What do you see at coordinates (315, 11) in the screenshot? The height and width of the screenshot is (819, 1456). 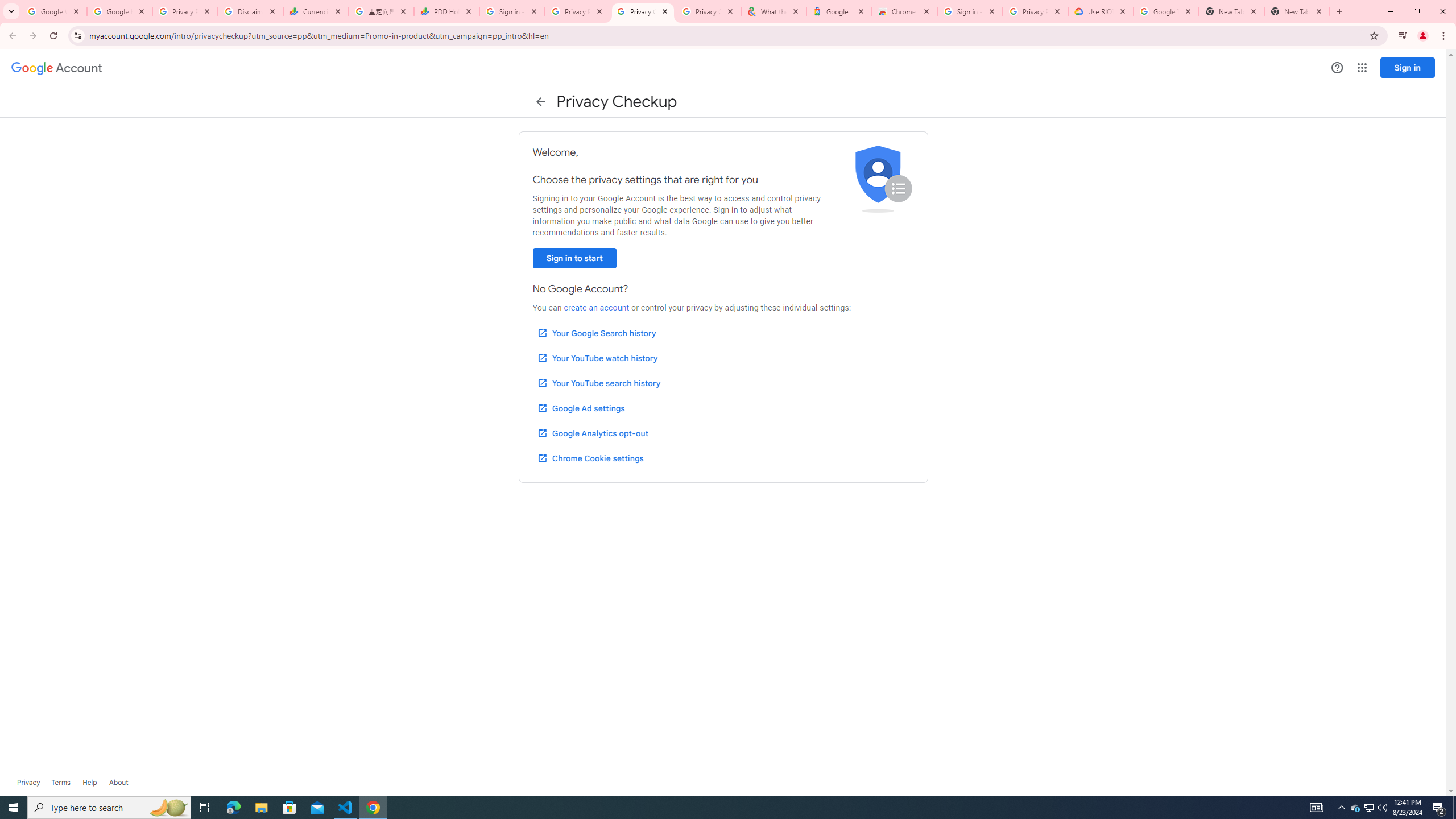 I see `'Currencies - Google Finance'` at bounding box center [315, 11].